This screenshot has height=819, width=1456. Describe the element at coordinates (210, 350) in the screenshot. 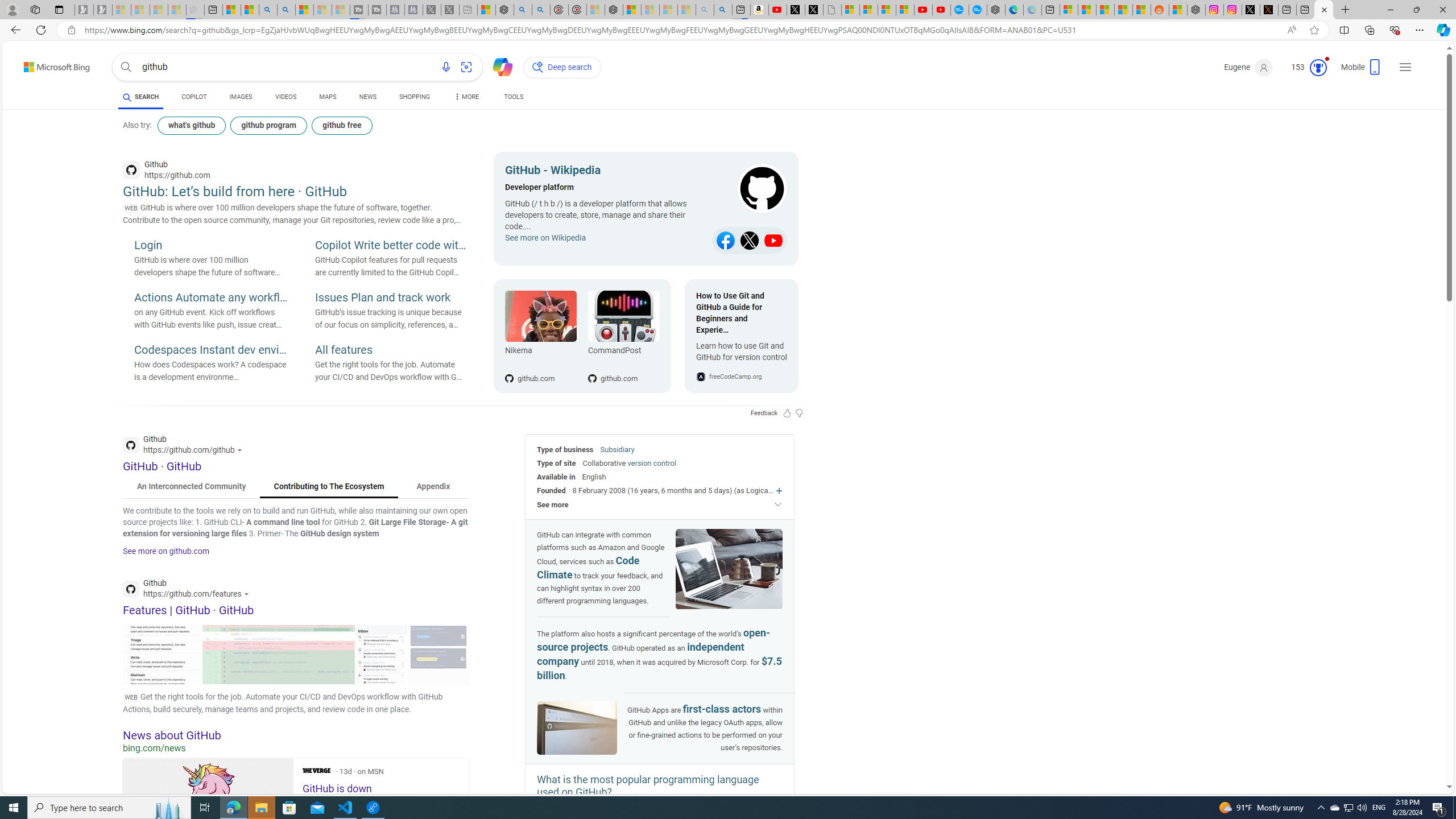

I see `'Codespaces Instant dev environments'` at that location.